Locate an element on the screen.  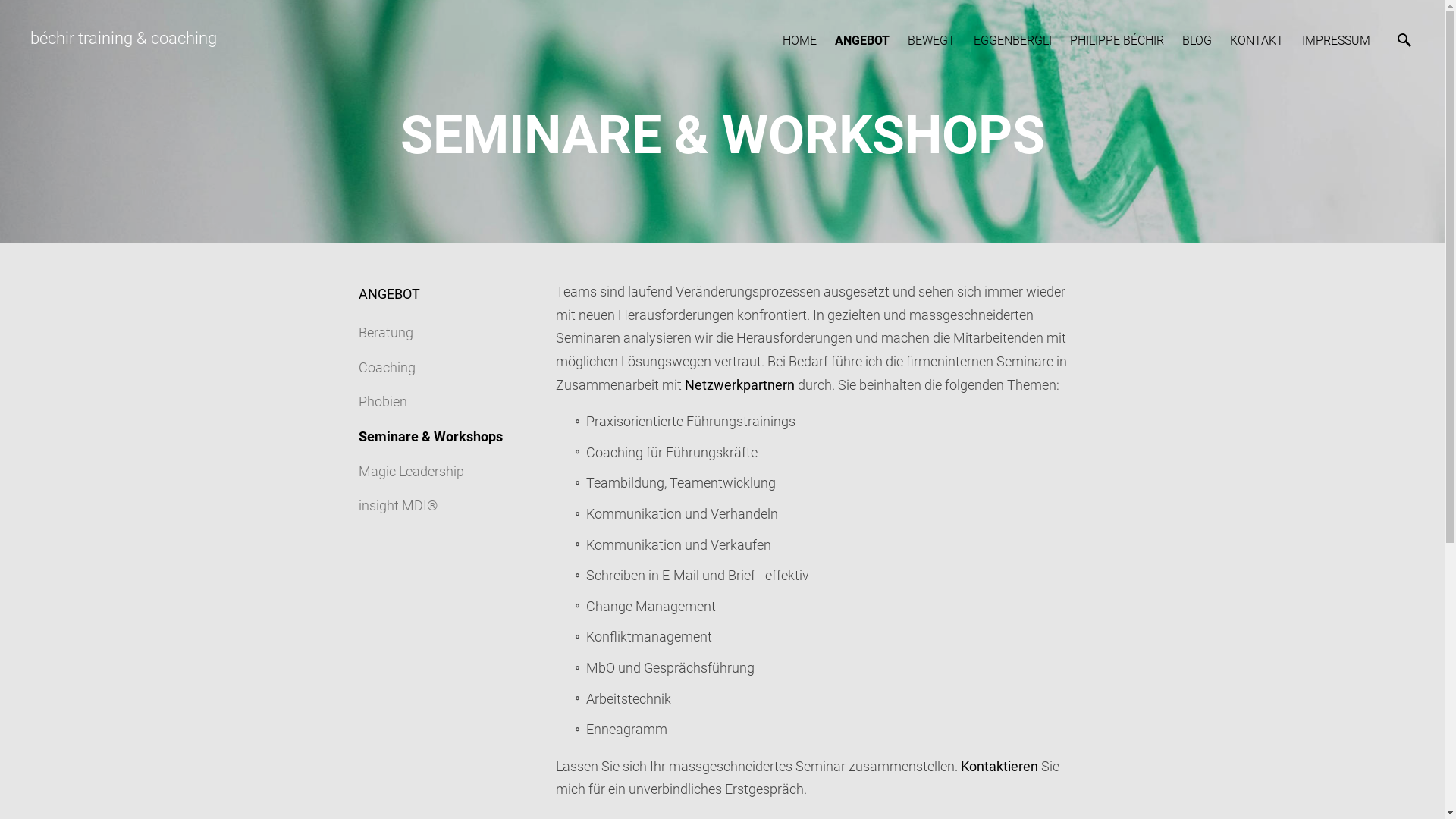
'Kontaktieren' is located at coordinates (998, 766).